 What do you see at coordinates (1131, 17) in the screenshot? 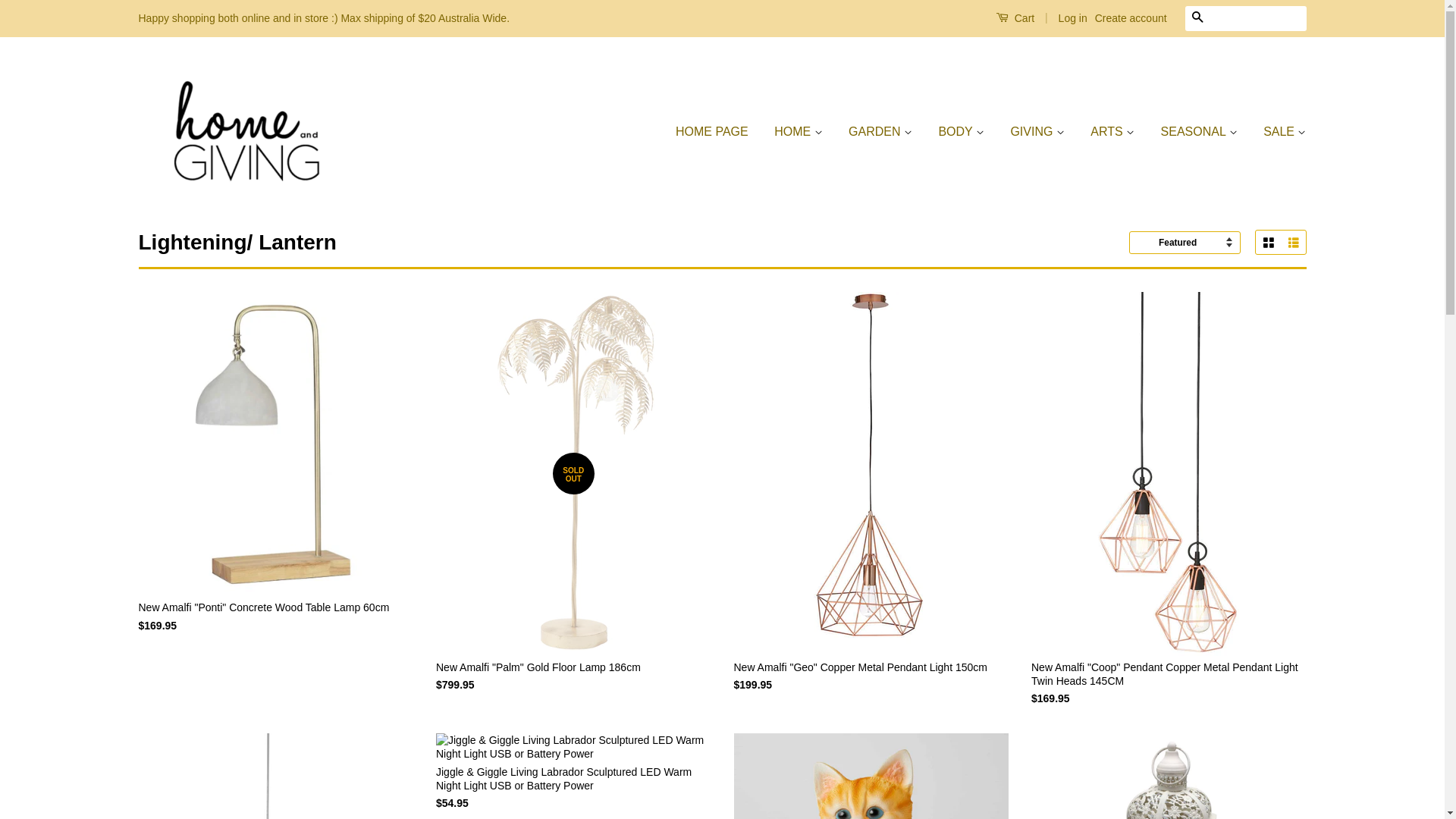
I see `'Create account'` at bounding box center [1131, 17].